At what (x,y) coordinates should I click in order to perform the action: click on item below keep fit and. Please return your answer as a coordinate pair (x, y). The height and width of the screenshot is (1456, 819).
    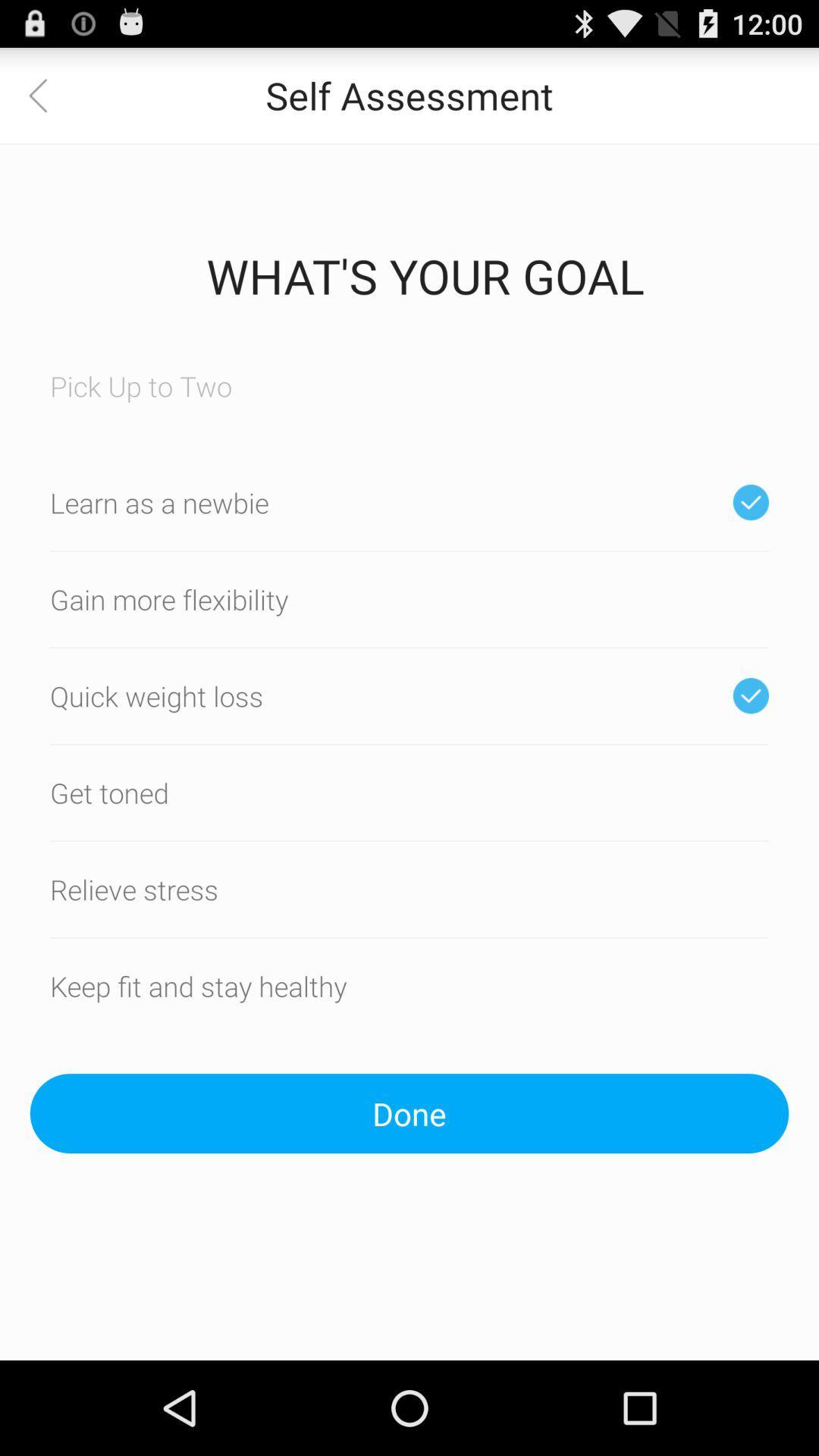
    Looking at the image, I should click on (409, 1113).